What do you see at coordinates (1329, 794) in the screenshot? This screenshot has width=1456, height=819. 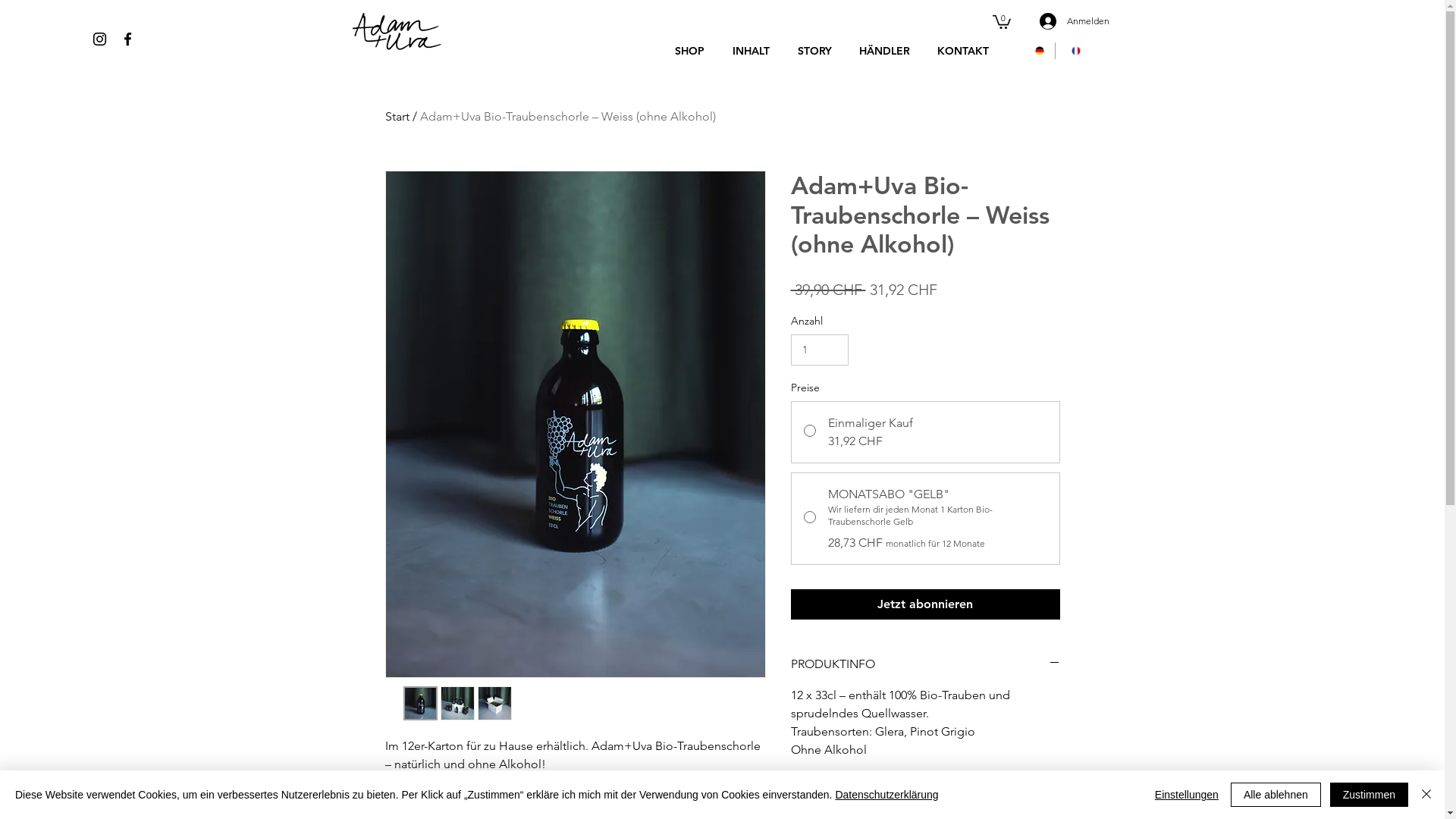 I see `'Zustimmen'` at bounding box center [1329, 794].